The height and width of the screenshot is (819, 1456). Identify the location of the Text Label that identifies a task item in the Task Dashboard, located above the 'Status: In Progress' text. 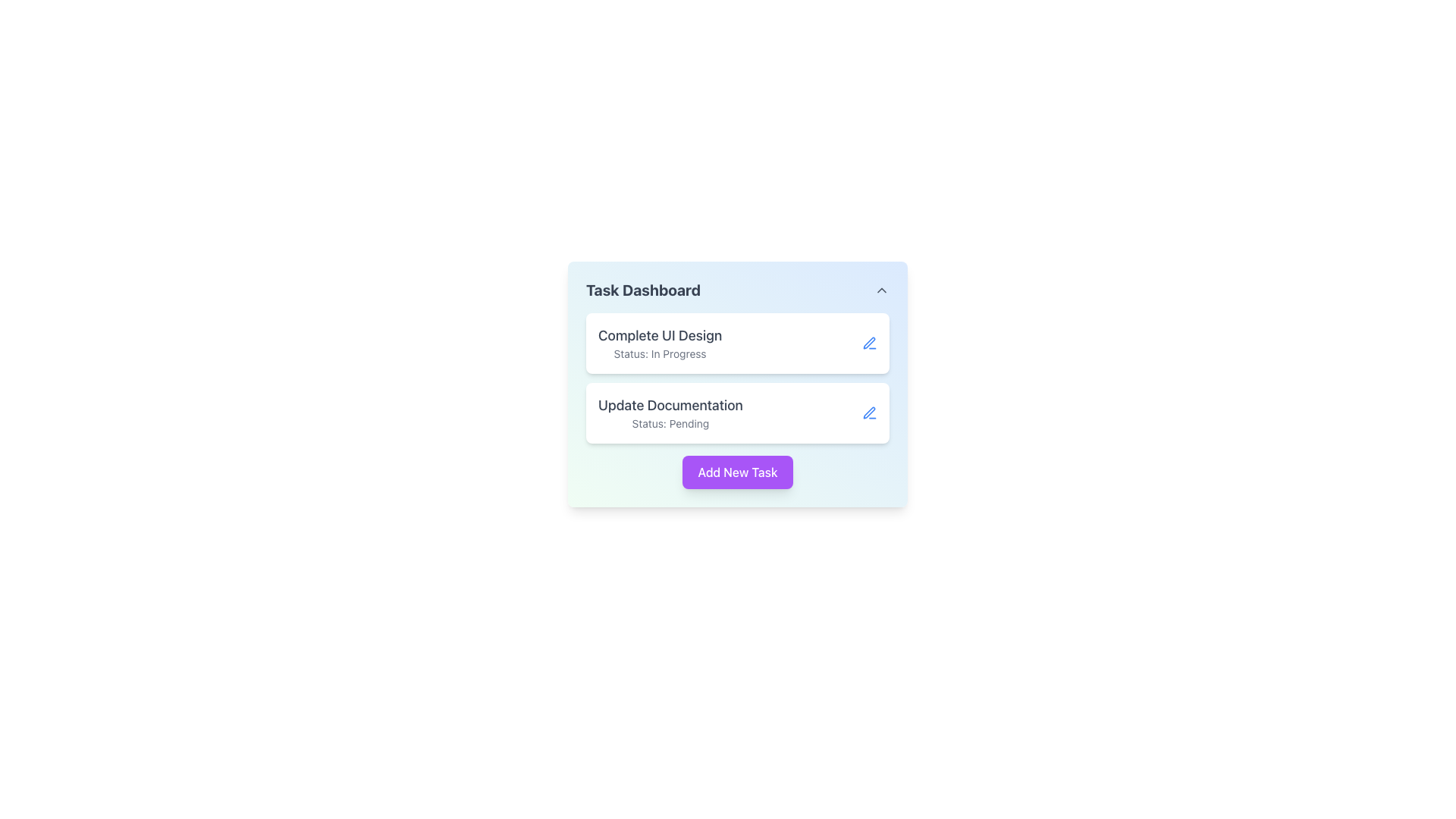
(660, 335).